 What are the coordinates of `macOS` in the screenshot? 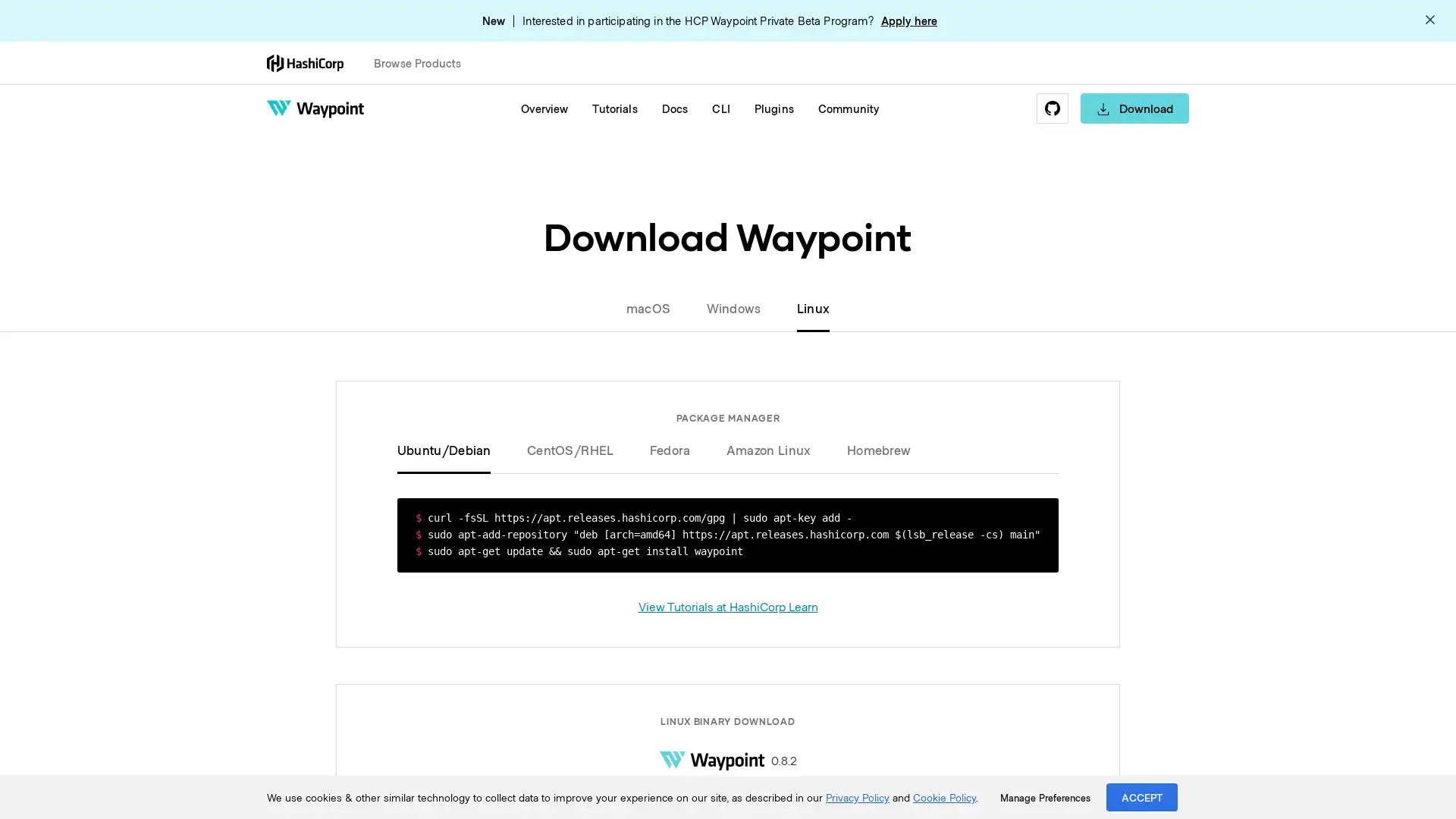 It's located at (657, 307).